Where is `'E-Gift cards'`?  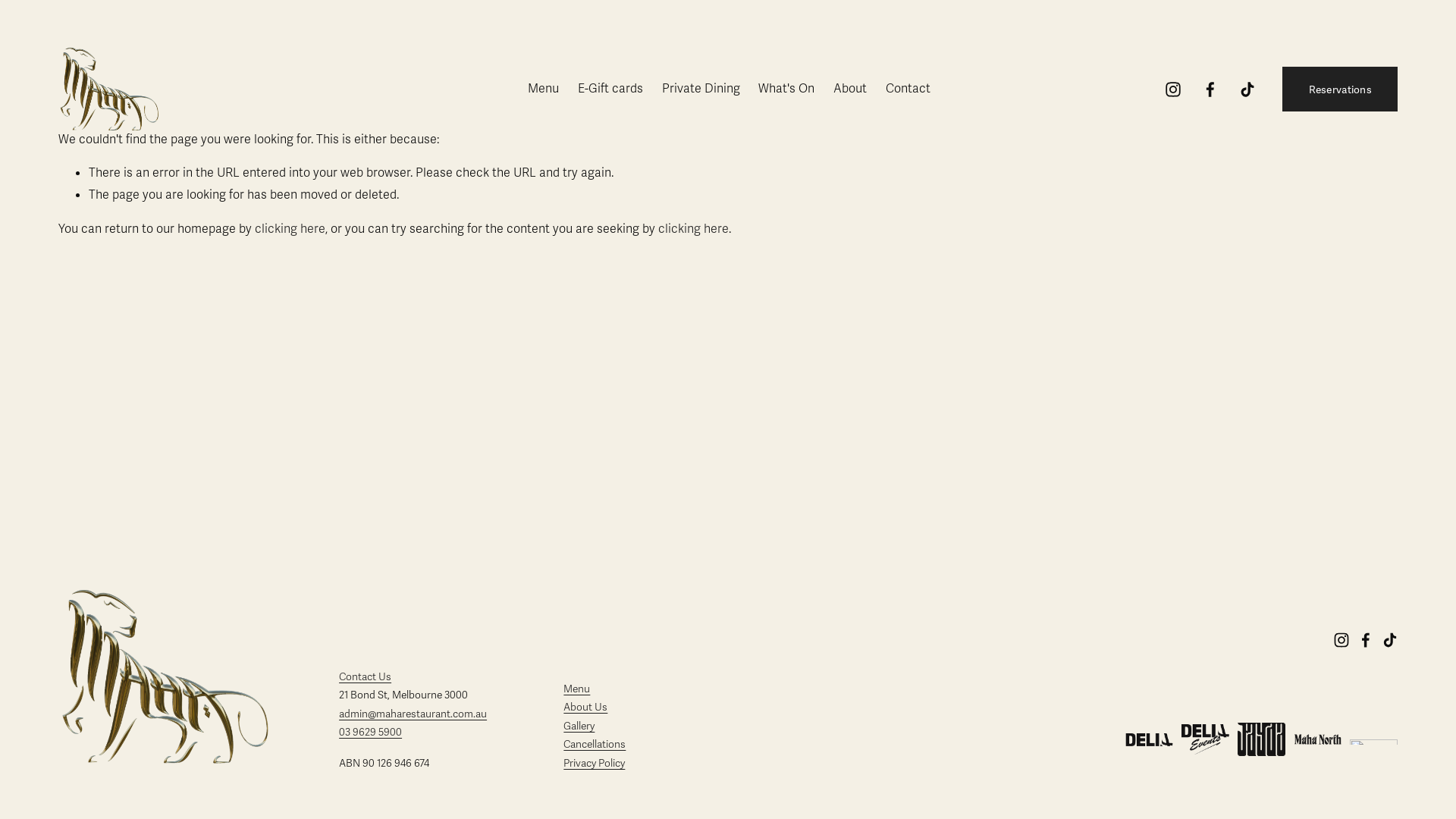 'E-Gift cards' is located at coordinates (610, 89).